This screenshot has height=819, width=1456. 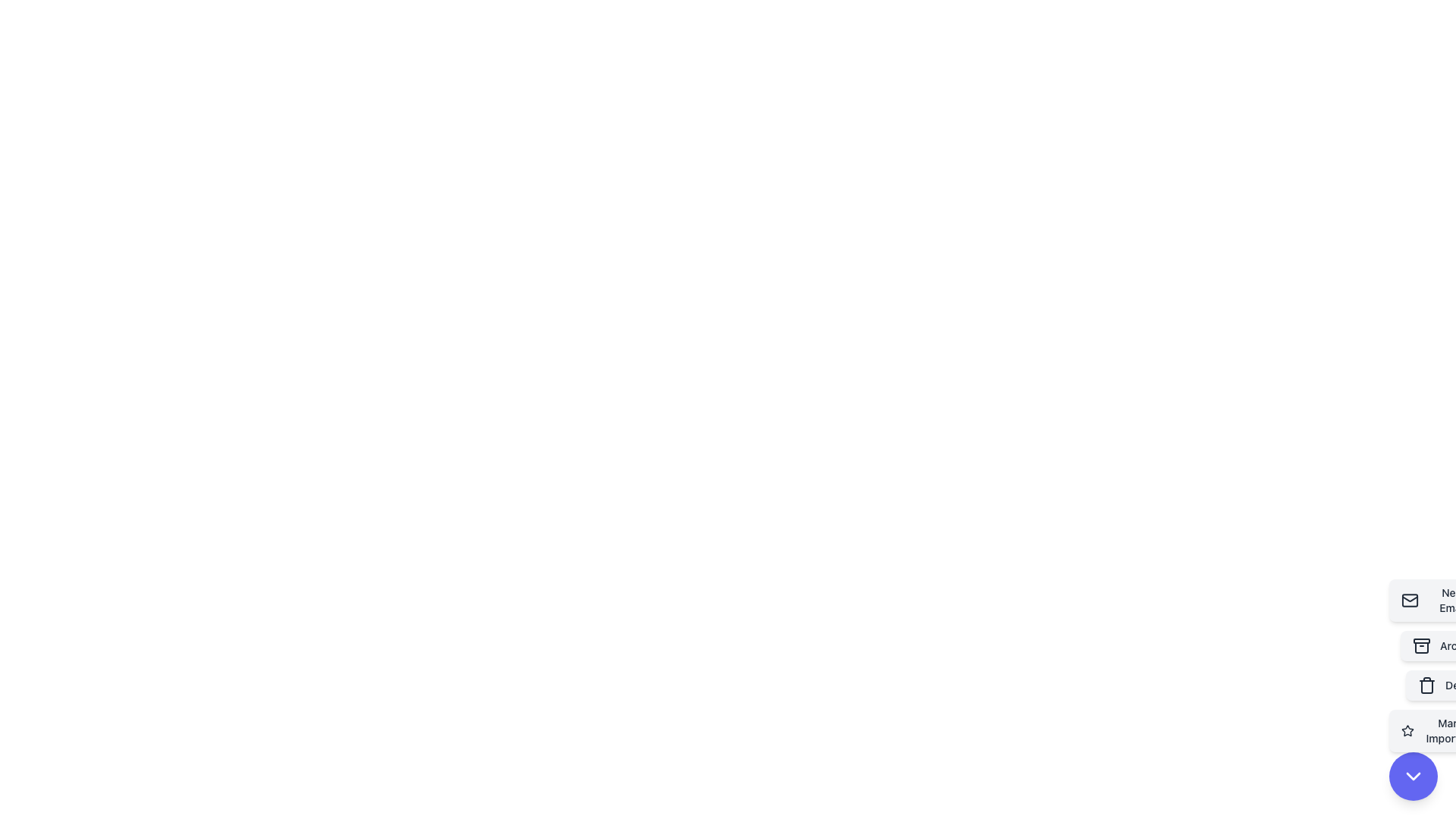 What do you see at coordinates (1426, 685) in the screenshot?
I see `the trash can icon on the left side of the 'Delete' button` at bounding box center [1426, 685].